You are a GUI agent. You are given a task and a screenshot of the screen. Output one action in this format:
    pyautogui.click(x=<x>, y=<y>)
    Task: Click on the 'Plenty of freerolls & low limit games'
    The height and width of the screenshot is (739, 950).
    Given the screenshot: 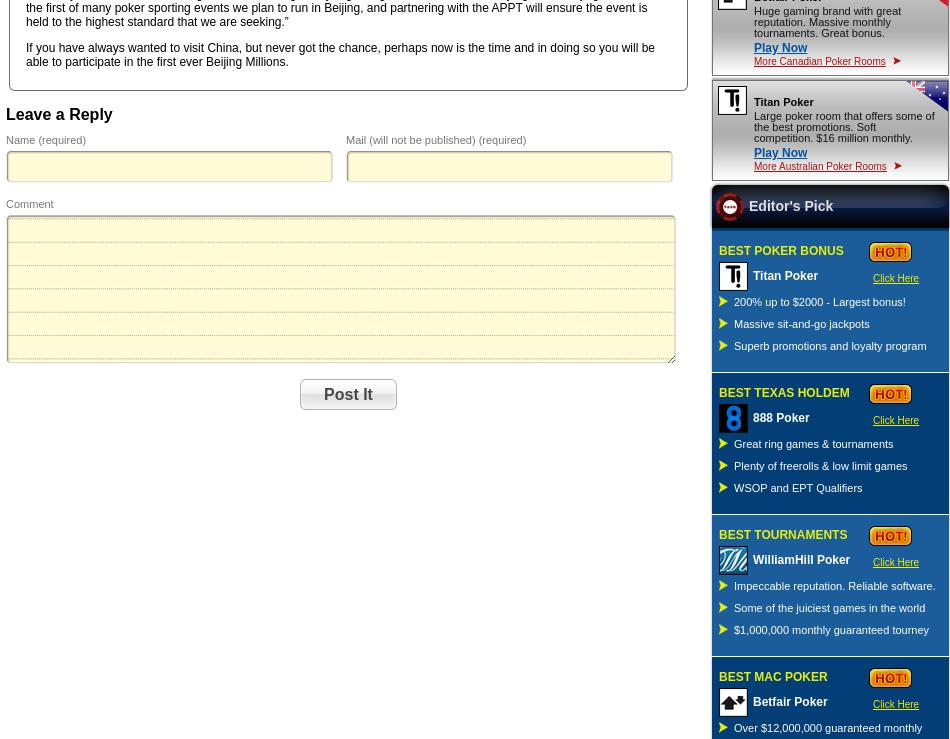 What is the action you would take?
    pyautogui.click(x=819, y=464)
    